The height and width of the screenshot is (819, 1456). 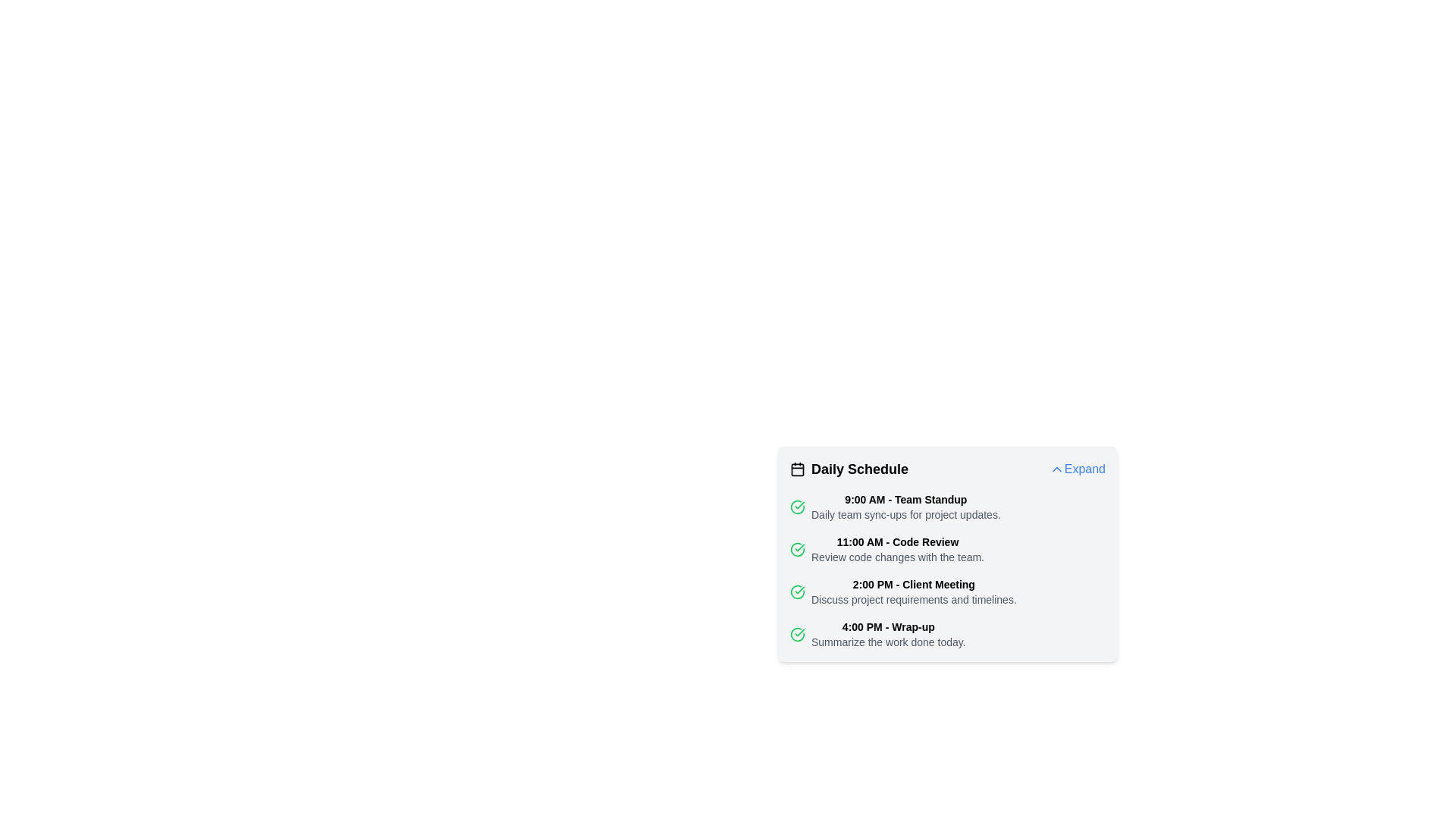 I want to click on the text label that provides additional information for the '4:00 PM - Wrap-up' schedule entry in the 'Daily Schedule' section, so click(x=888, y=642).